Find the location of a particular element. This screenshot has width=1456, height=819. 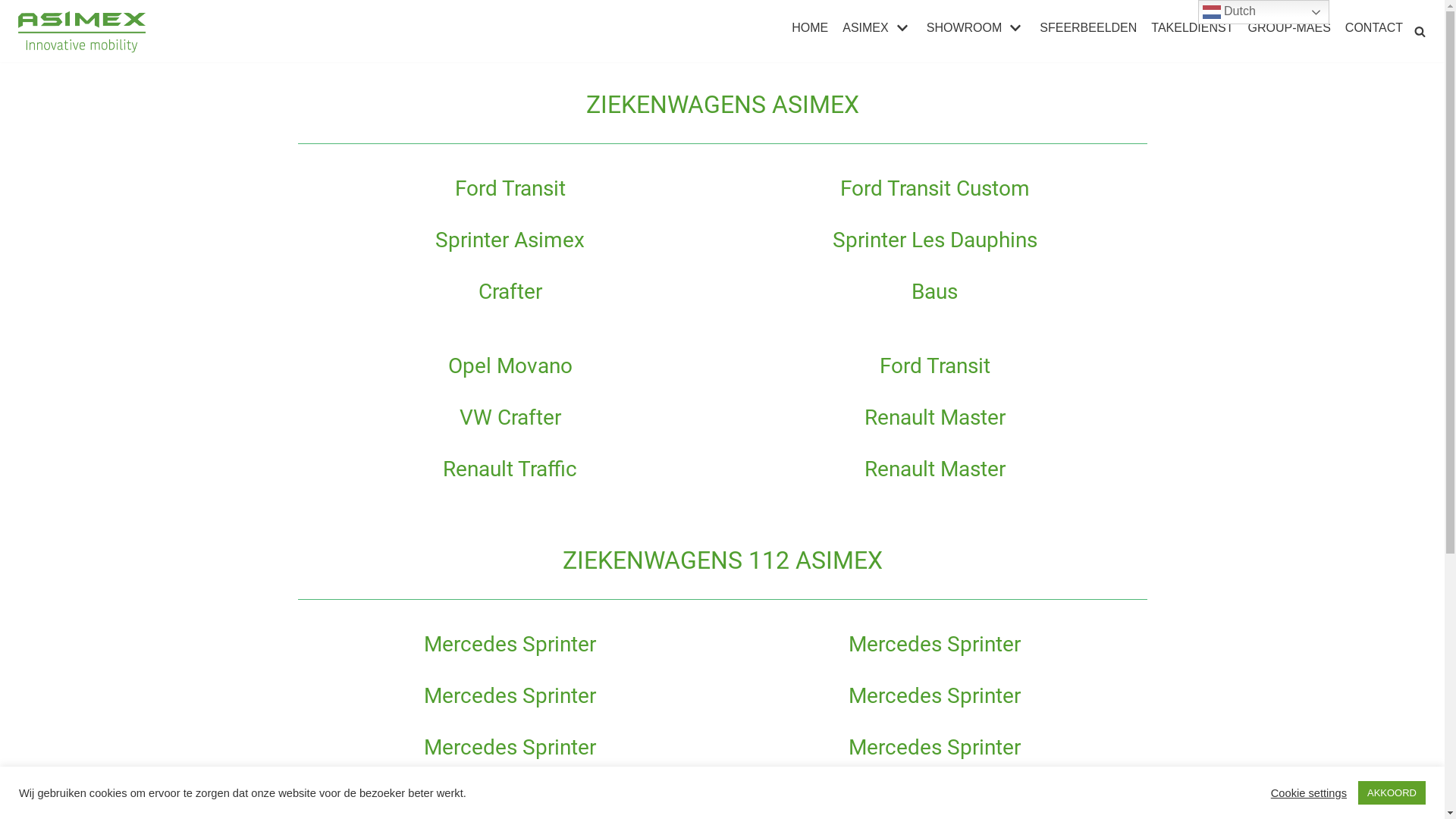

'SFEERBEELDEN' is located at coordinates (1087, 28).